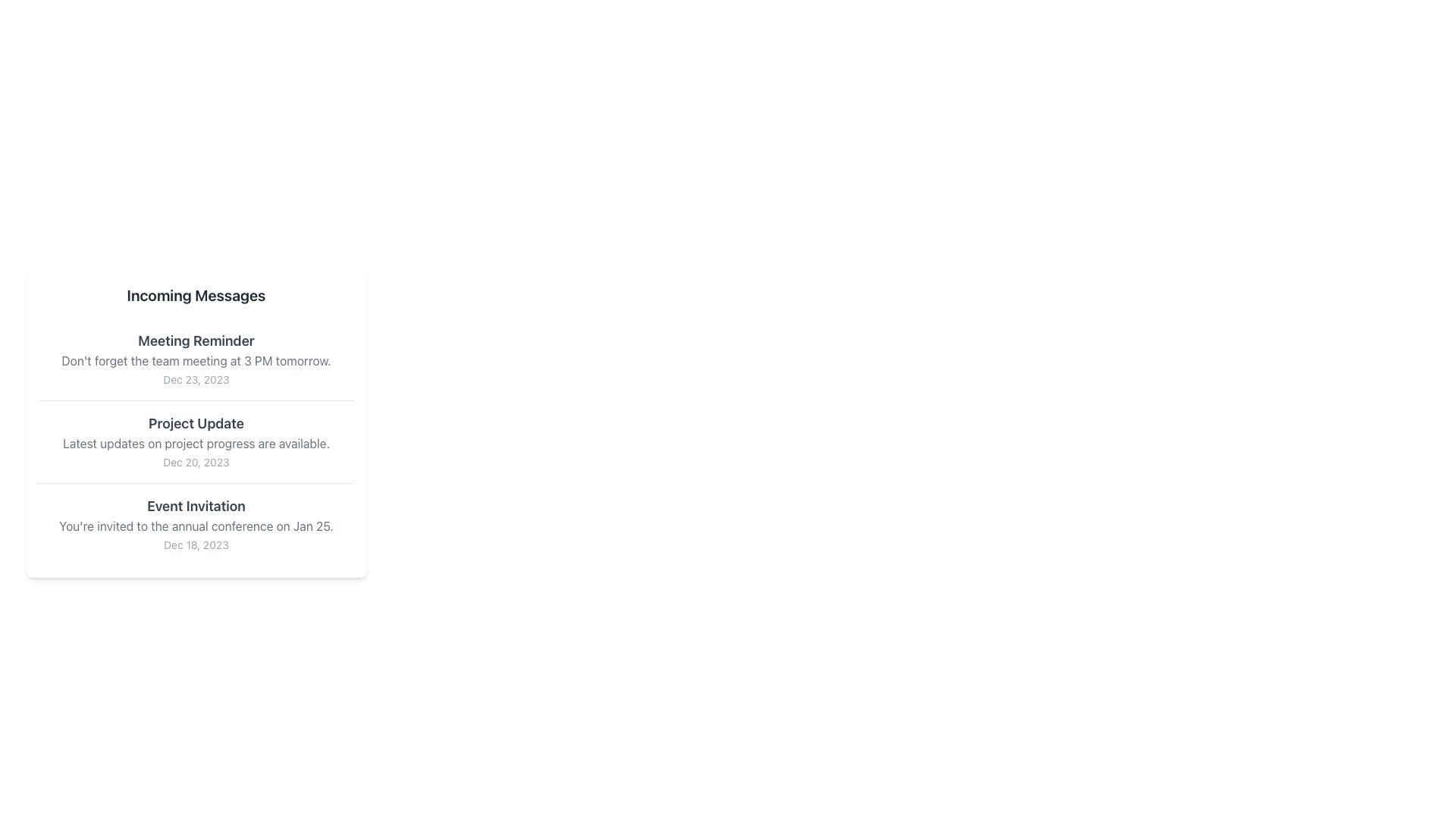  Describe the element at coordinates (196, 444) in the screenshot. I see `text snippet styled in gray that says 'Latest updates on project progress are available.' This text is located below the 'Project Update' title and above the date text 'Dec 20, 2023.'` at that location.